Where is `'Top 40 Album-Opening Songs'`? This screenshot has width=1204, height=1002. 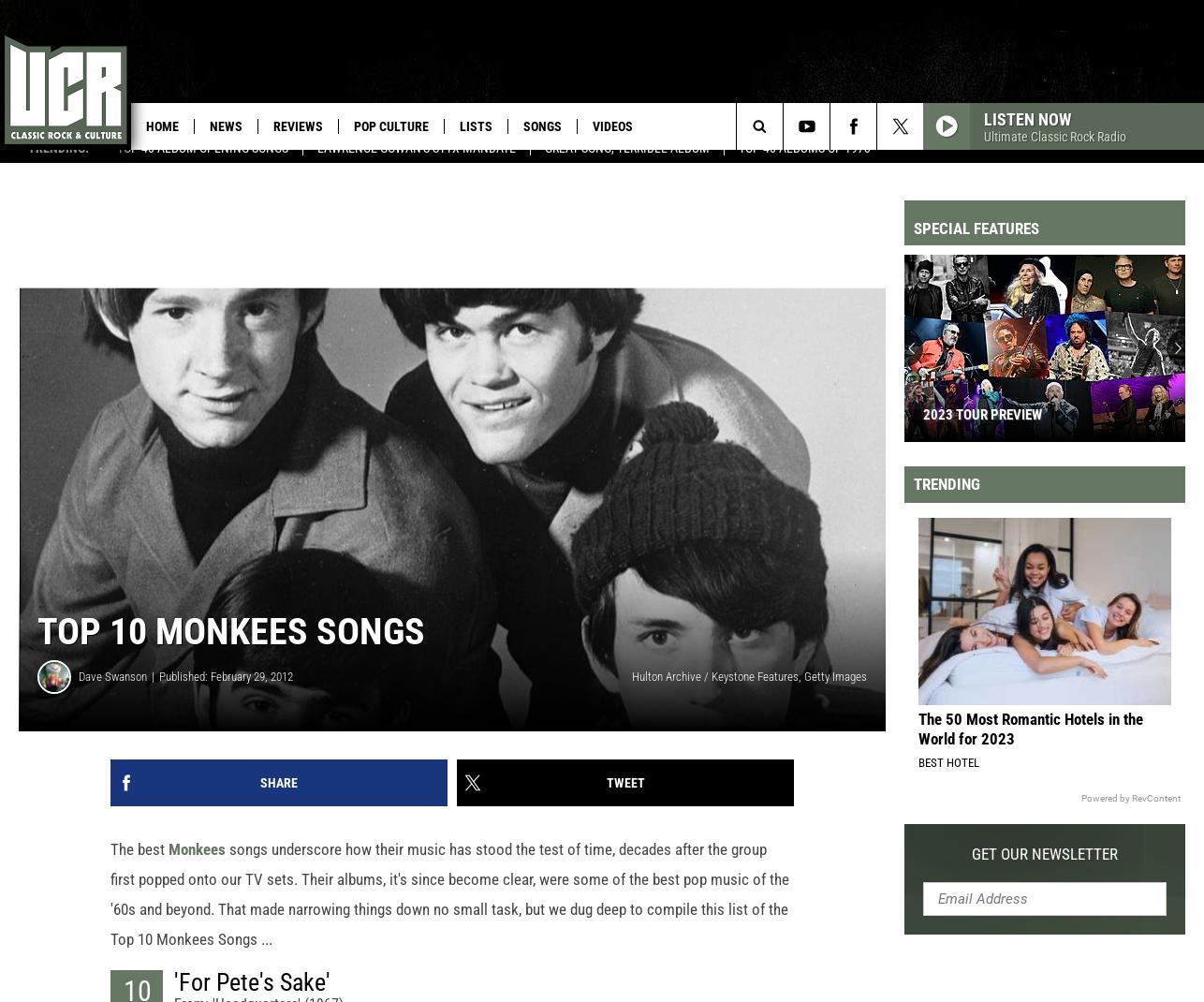
'Top 40 Album-Opening Songs' is located at coordinates (202, 165).